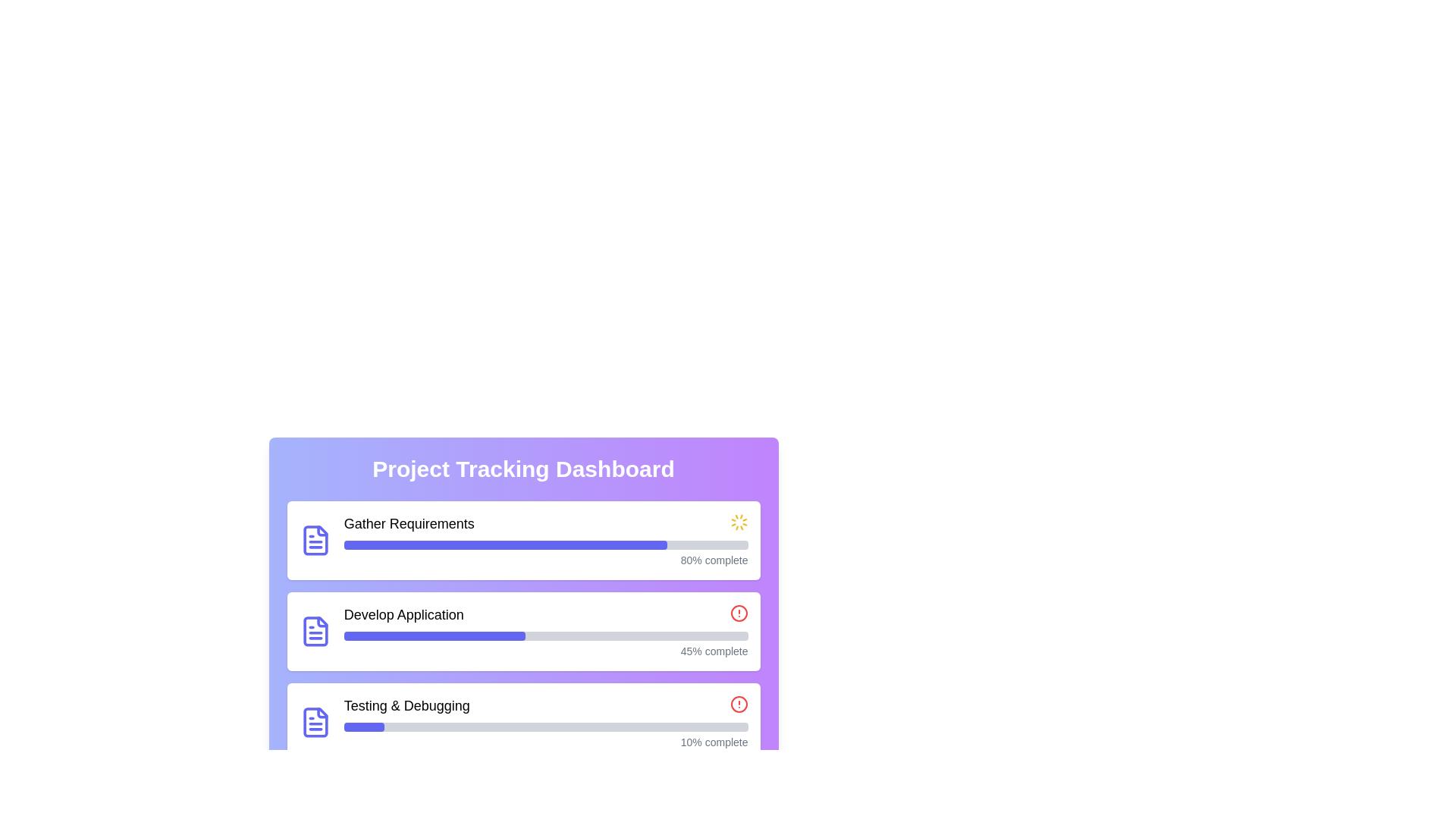  I want to click on the bold text label stating 'Testing & Debugging' located within the task card on the project tracking dashboard, so click(406, 705).